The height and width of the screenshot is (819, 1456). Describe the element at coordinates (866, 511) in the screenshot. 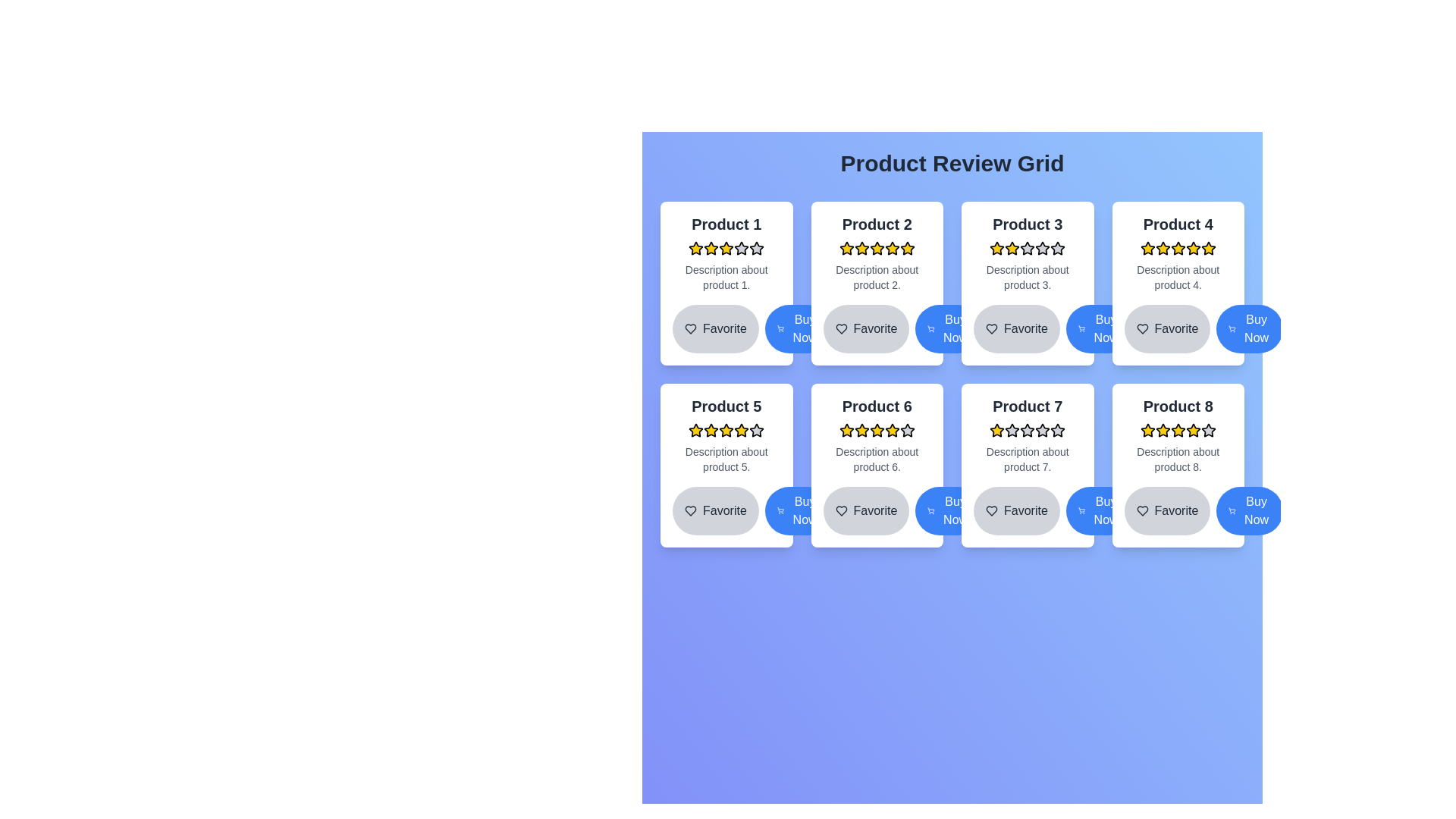

I see `the 'Favorite' button with a heart icon located in the second row, third column of the grid layout for 'Product 6'` at that location.